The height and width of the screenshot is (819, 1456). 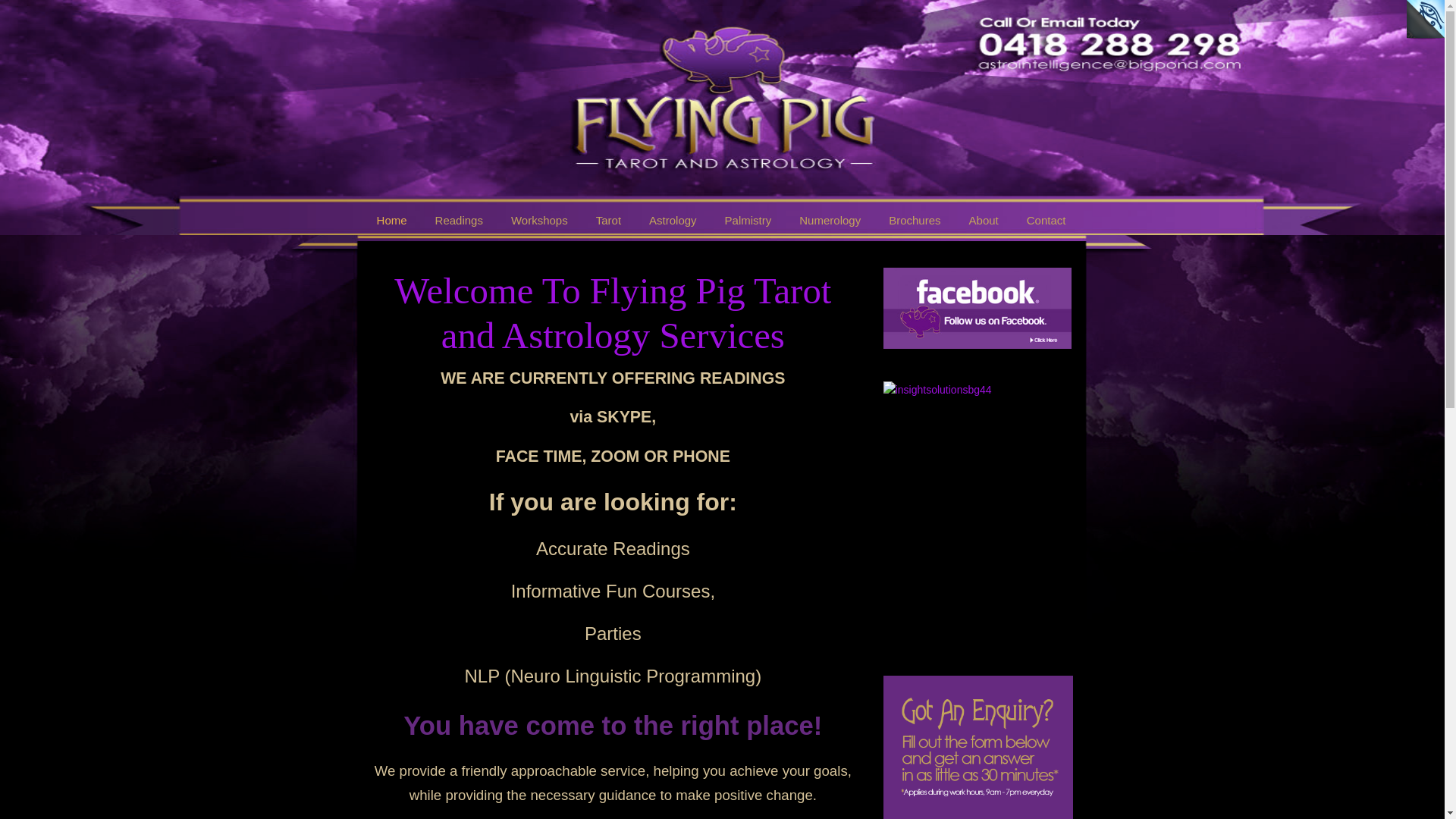 What do you see at coordinates (608, 220) in the screenshot?
I see `'Tarot'` at bounding box center [608, 220].